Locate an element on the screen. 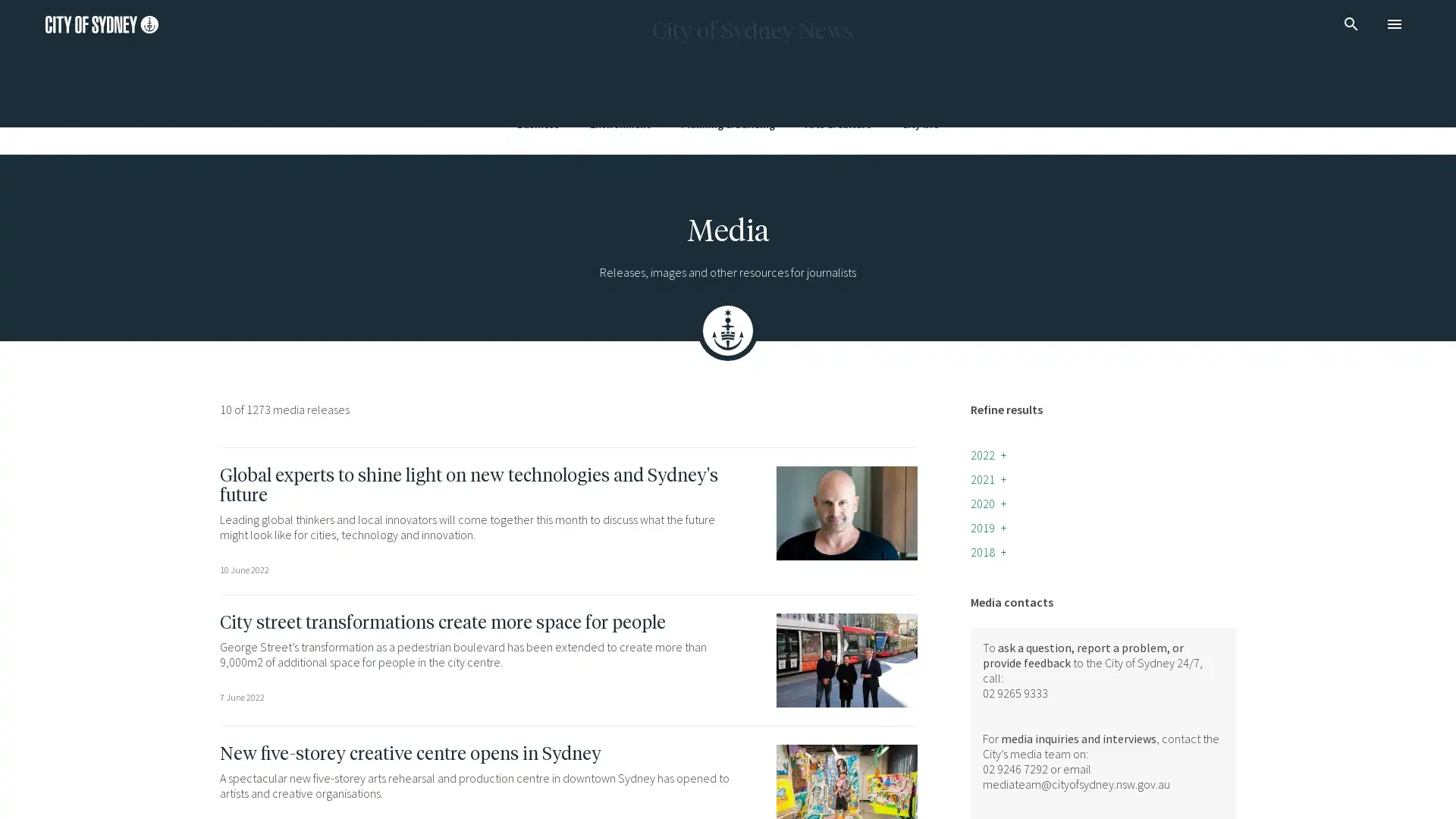 This screenshot has height=819, width=1456. 2017+ is located at coordinates (988, 576).